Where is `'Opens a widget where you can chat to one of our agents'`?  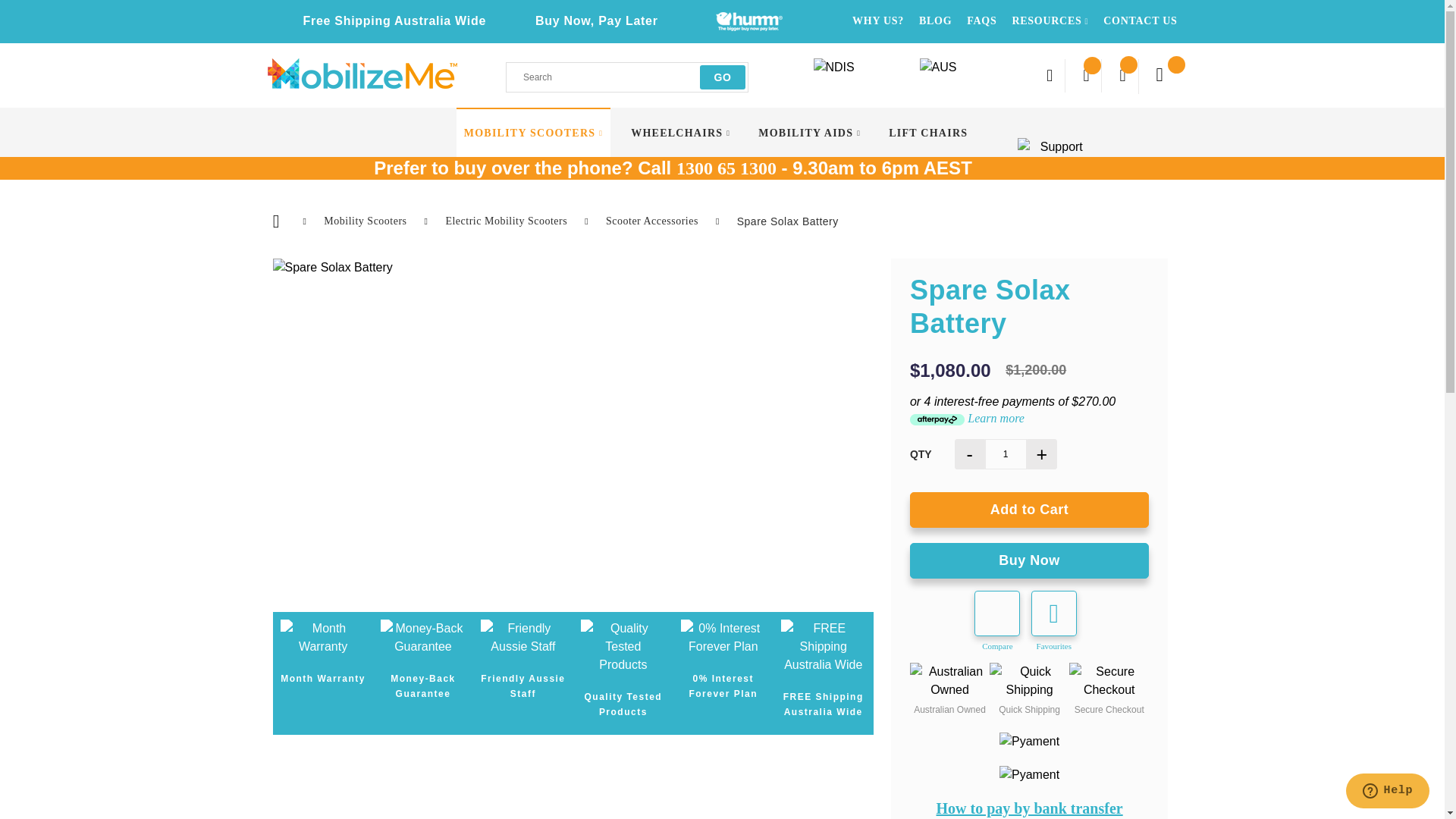
'Opens a widget where you can chat to one of our agents' is located at coordinates (1387, 792).